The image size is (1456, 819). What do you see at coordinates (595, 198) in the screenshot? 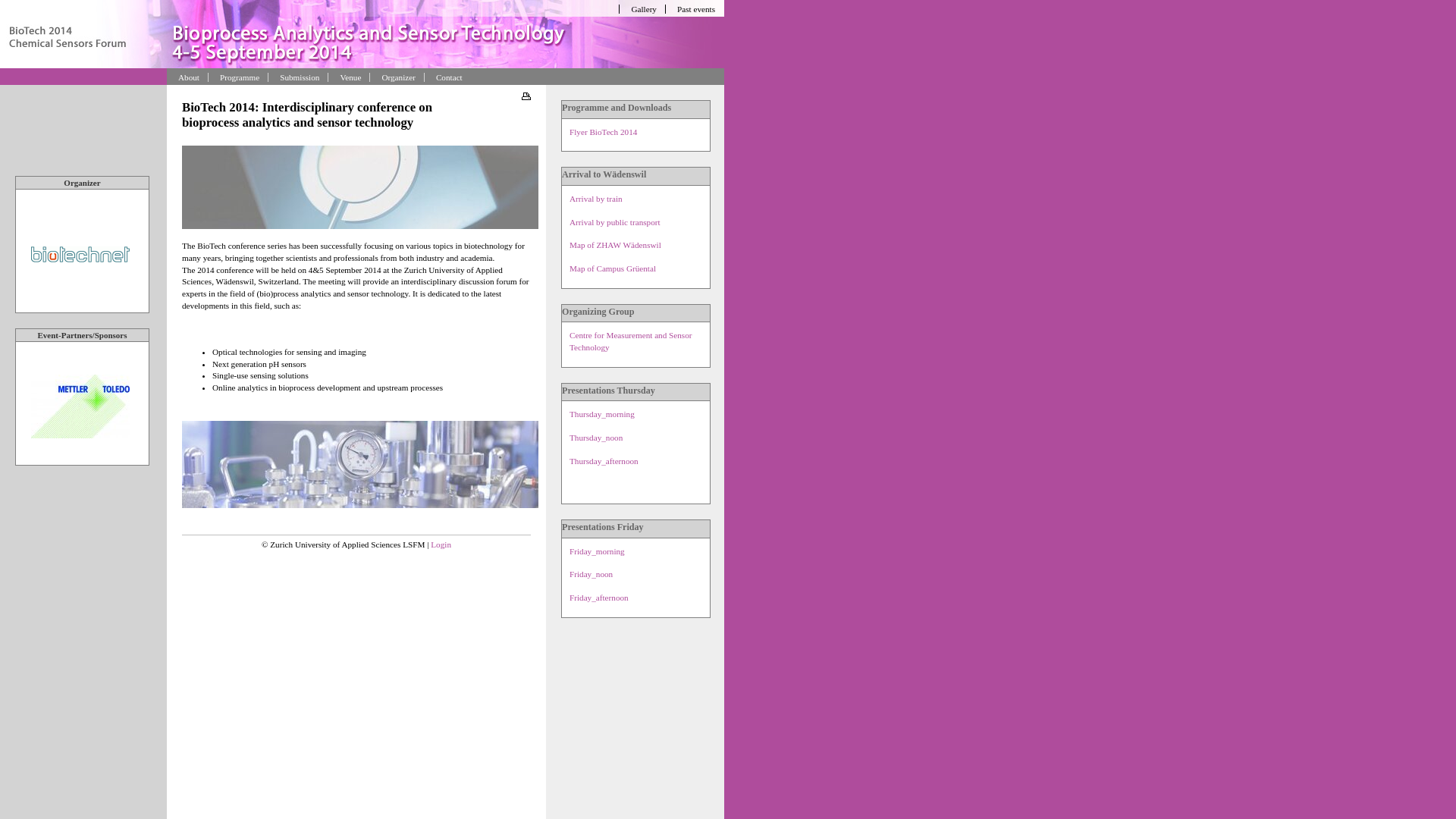
I see `'Arrival by train'` at bounding box center [595, 198].